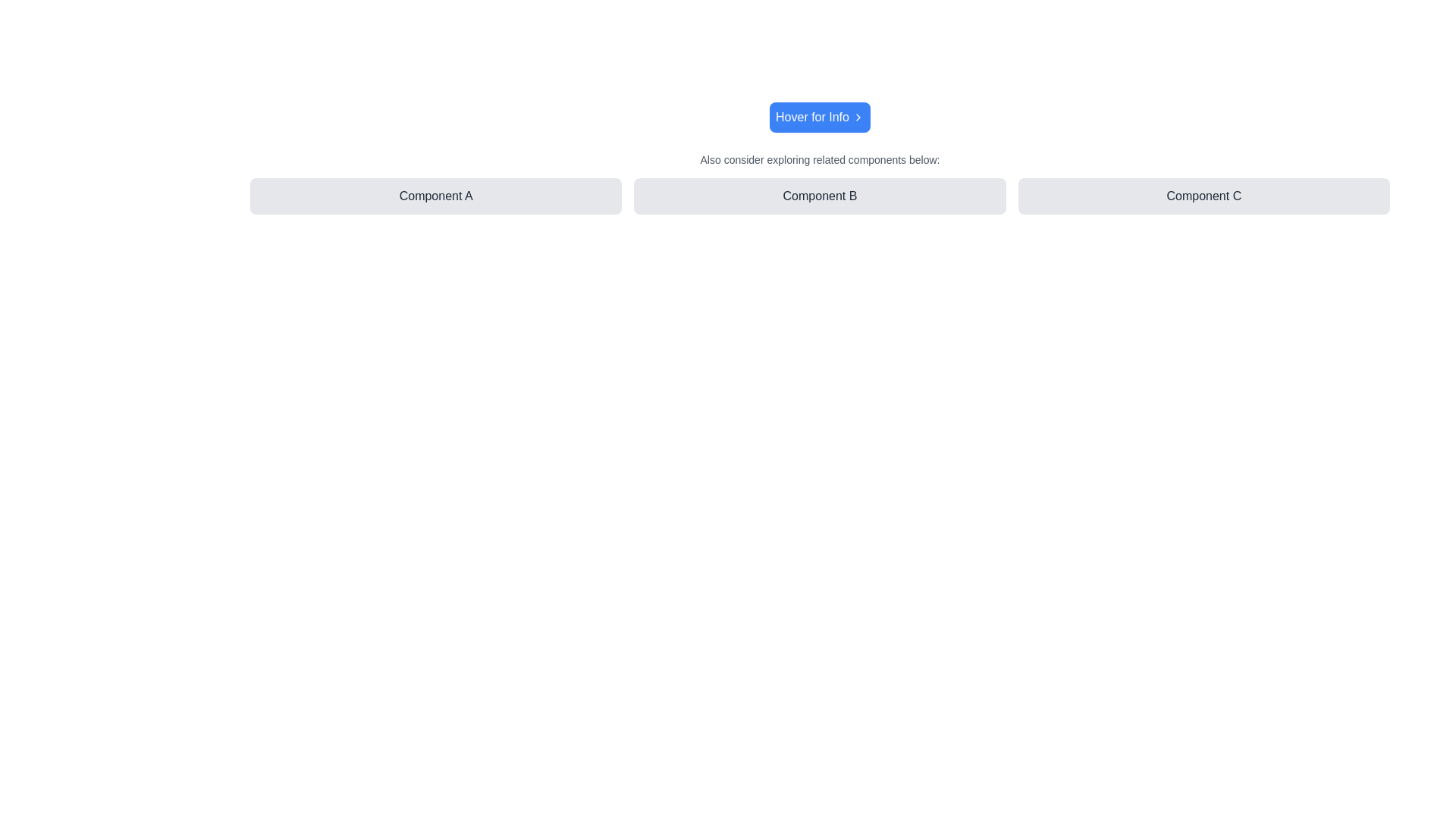  Describe the element at coordinates (819, 181) in the screenshot. I see `the 'Component B' button located in the composite layout below the 'Hover for Info' text` at that location.